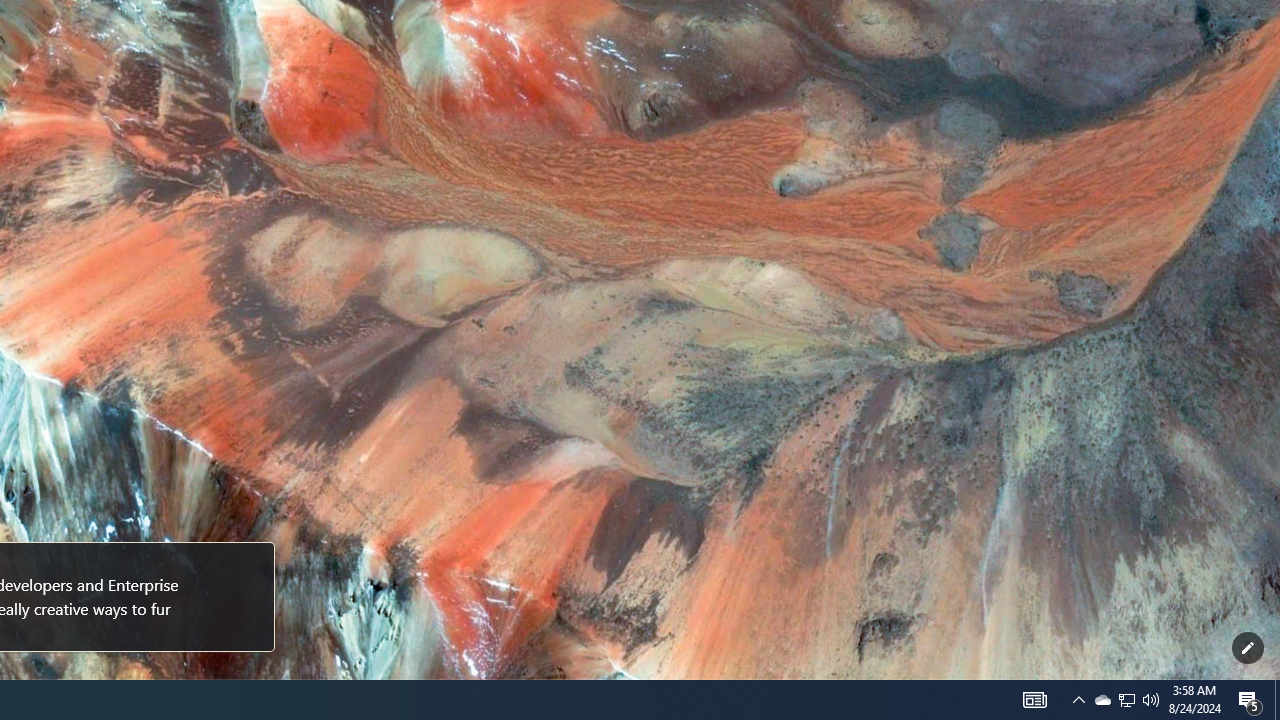 This screenshot has width=1280, height=720. What do you see at coordinates (1247, 648) in the screenshot?
I see `'Customize this page'` at bounding box center [1247, 648].